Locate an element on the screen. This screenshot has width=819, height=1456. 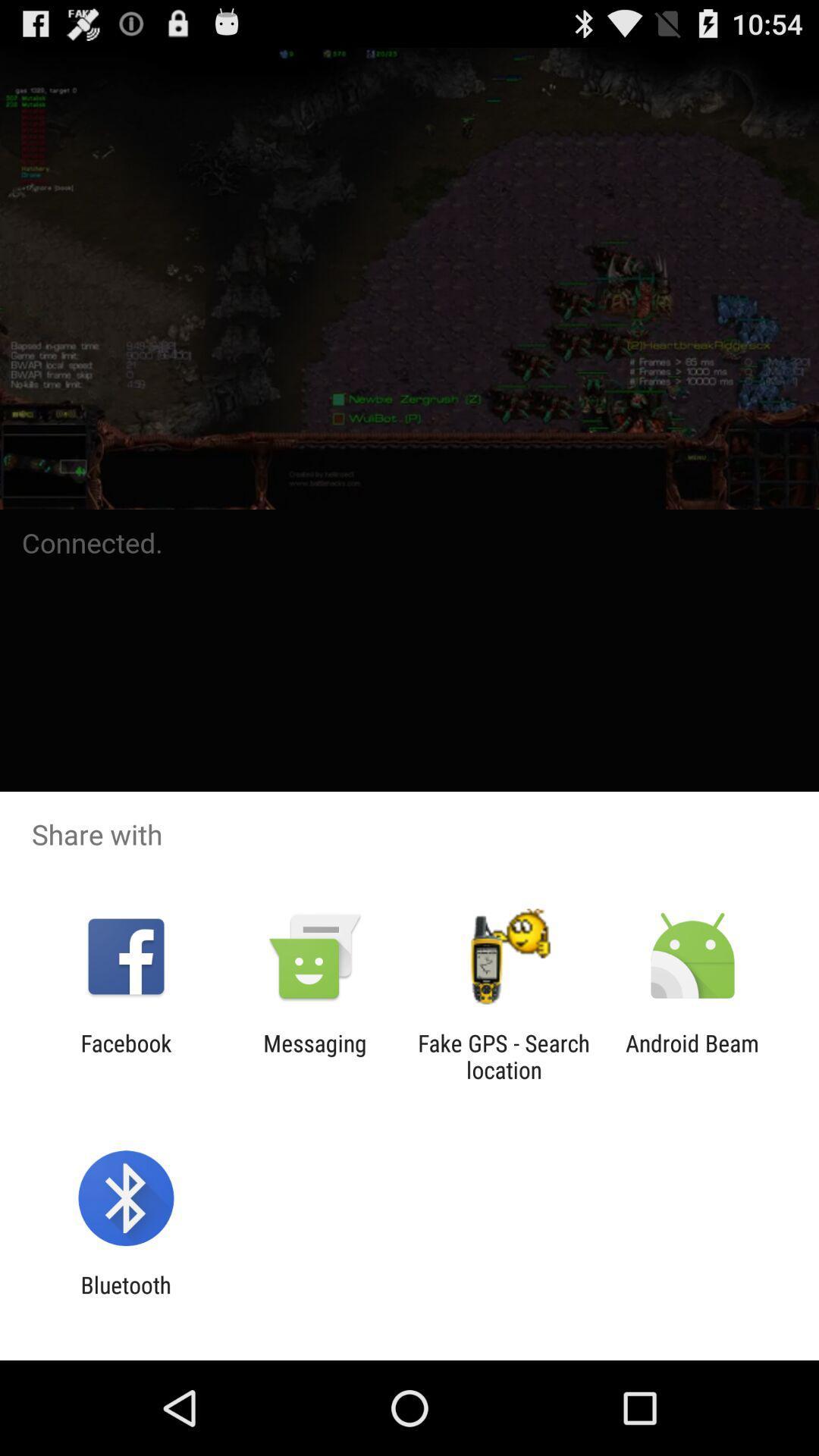
android beam app is located at coordinates (692, 1056).